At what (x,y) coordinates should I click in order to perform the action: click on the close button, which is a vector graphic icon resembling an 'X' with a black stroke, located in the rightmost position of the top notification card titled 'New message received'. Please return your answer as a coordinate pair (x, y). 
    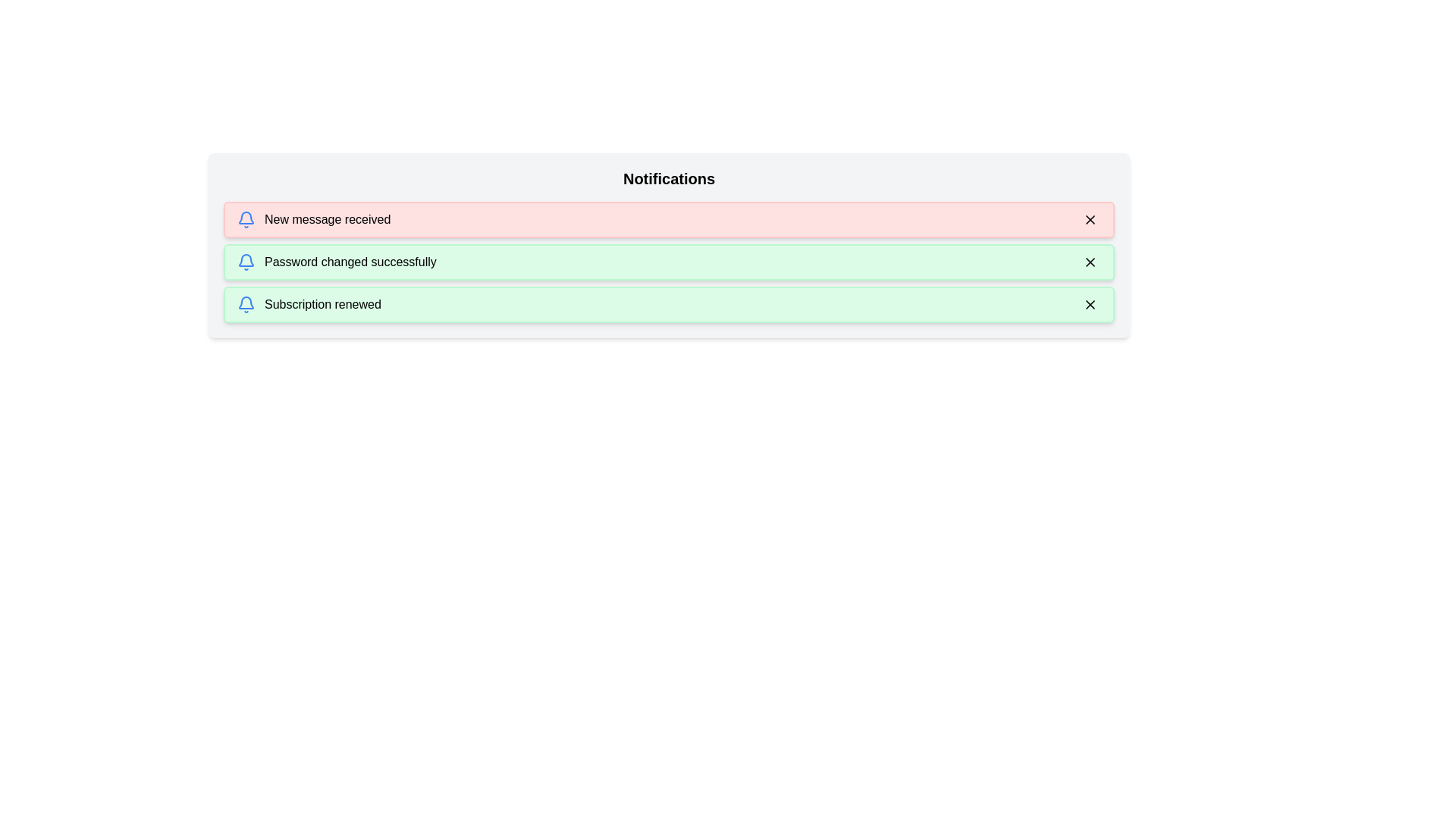
    Looking at the image, I should click on (1090, 219).